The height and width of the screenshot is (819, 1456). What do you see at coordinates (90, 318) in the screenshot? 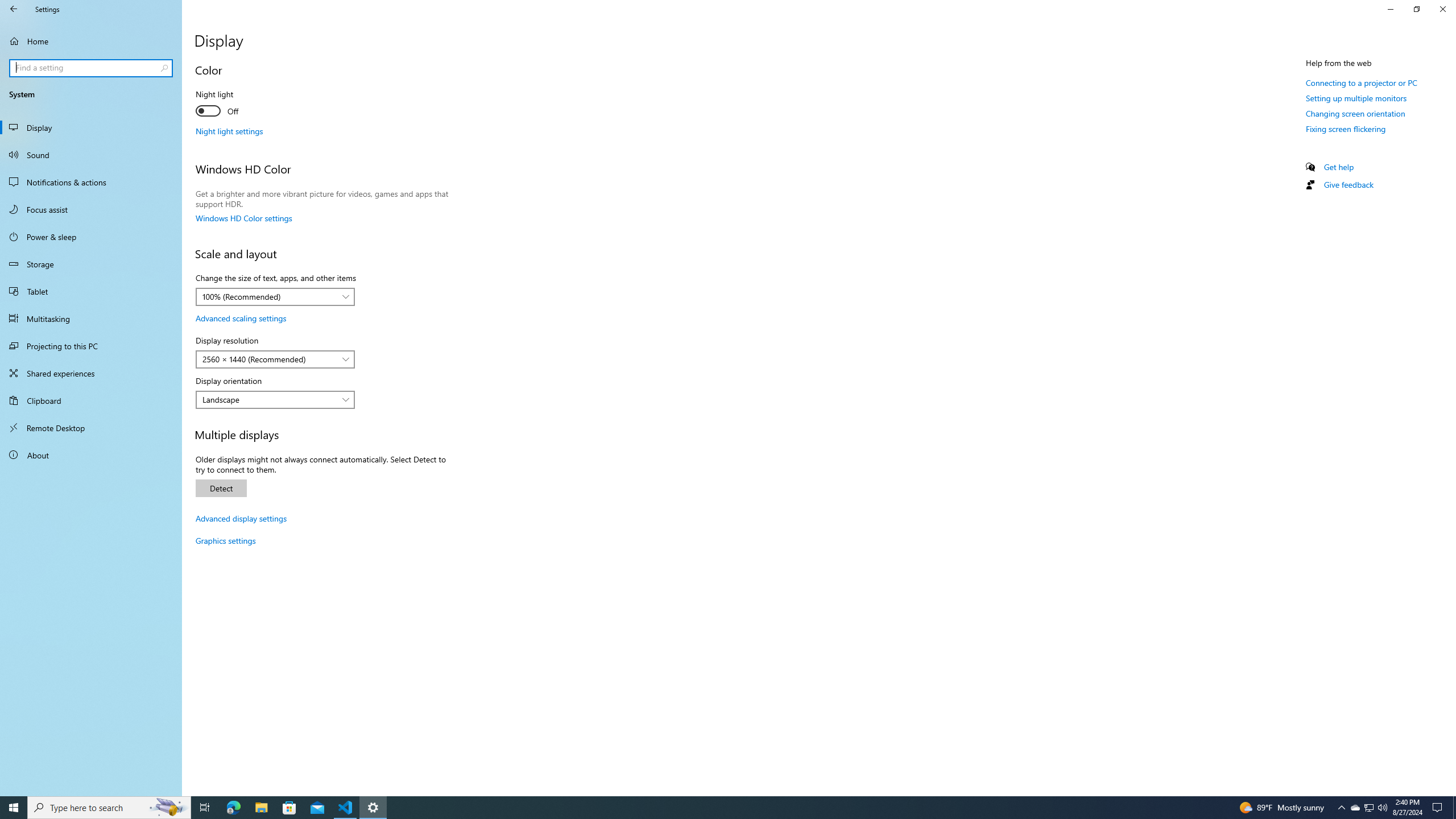
I see `'Multitasking'` at bounding box center [90, 318].